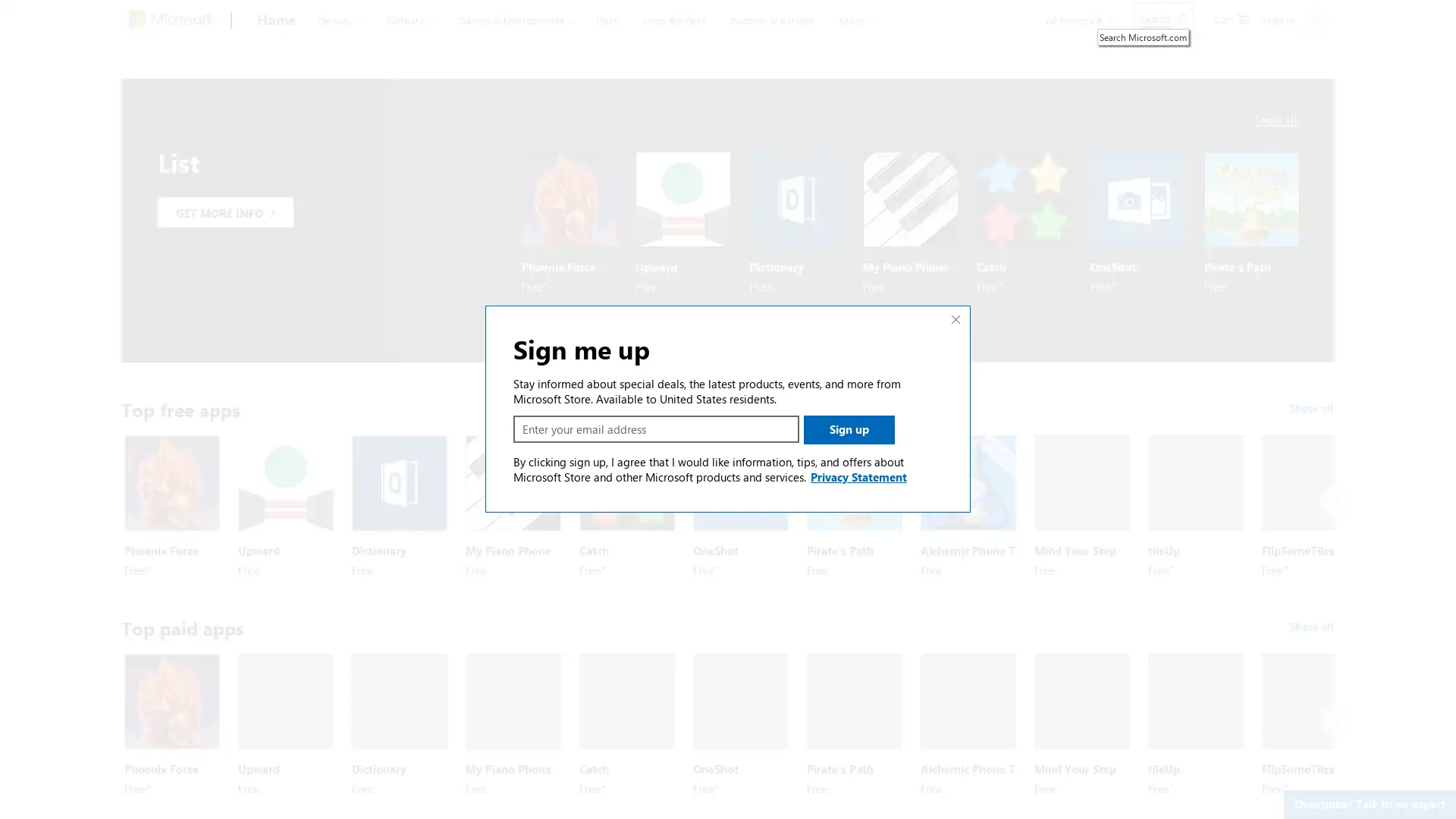 This screenshot has height=819, width=1456. Describe the element at coordinates (955, 318) in the screenshot. I see `Close` at that location.